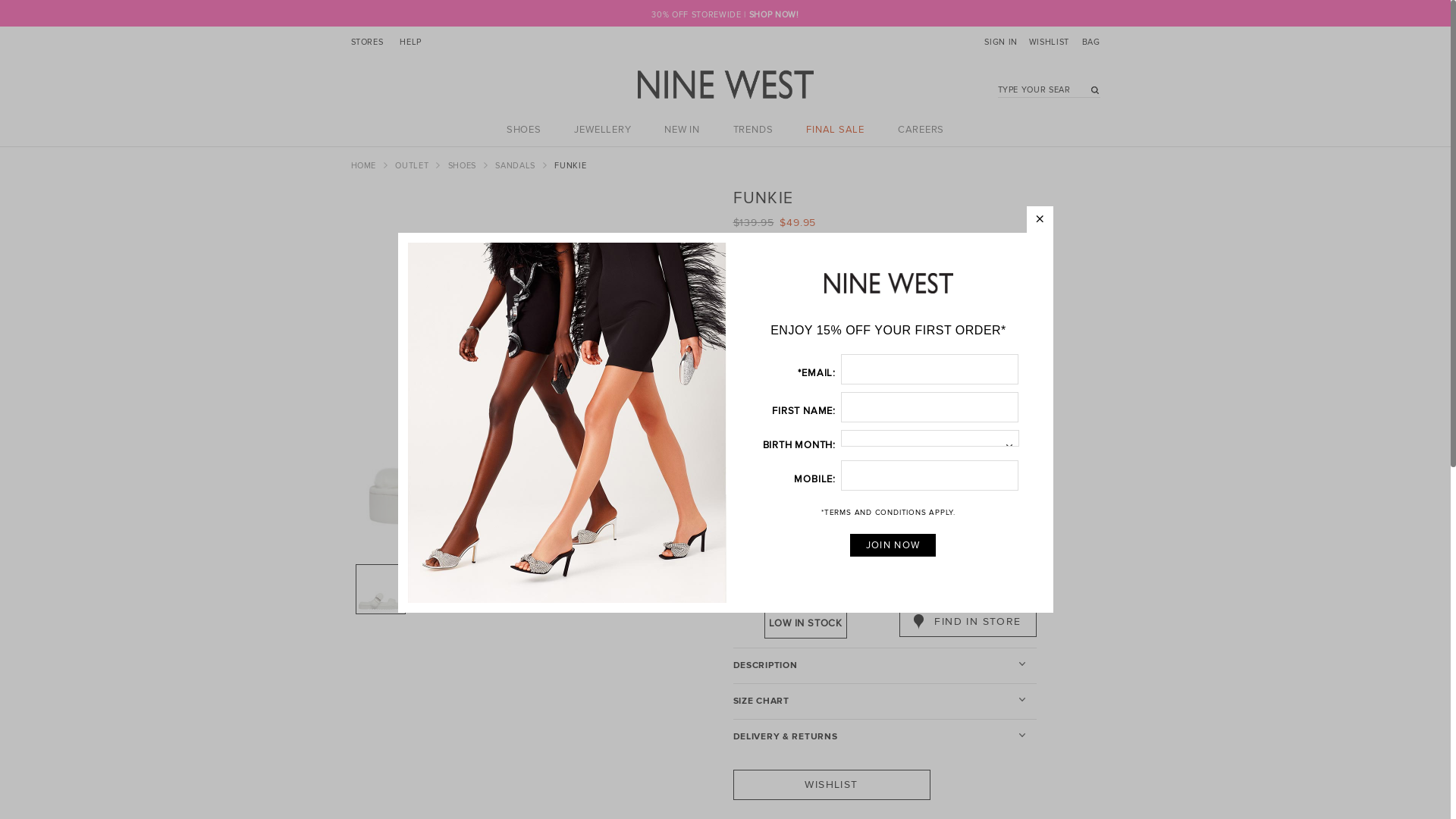 This screenshot has height=819, width=1456. What do you see at coordinates (843, 371) in the screenshot?
I see `'6'` at bounding box center [843, 371].